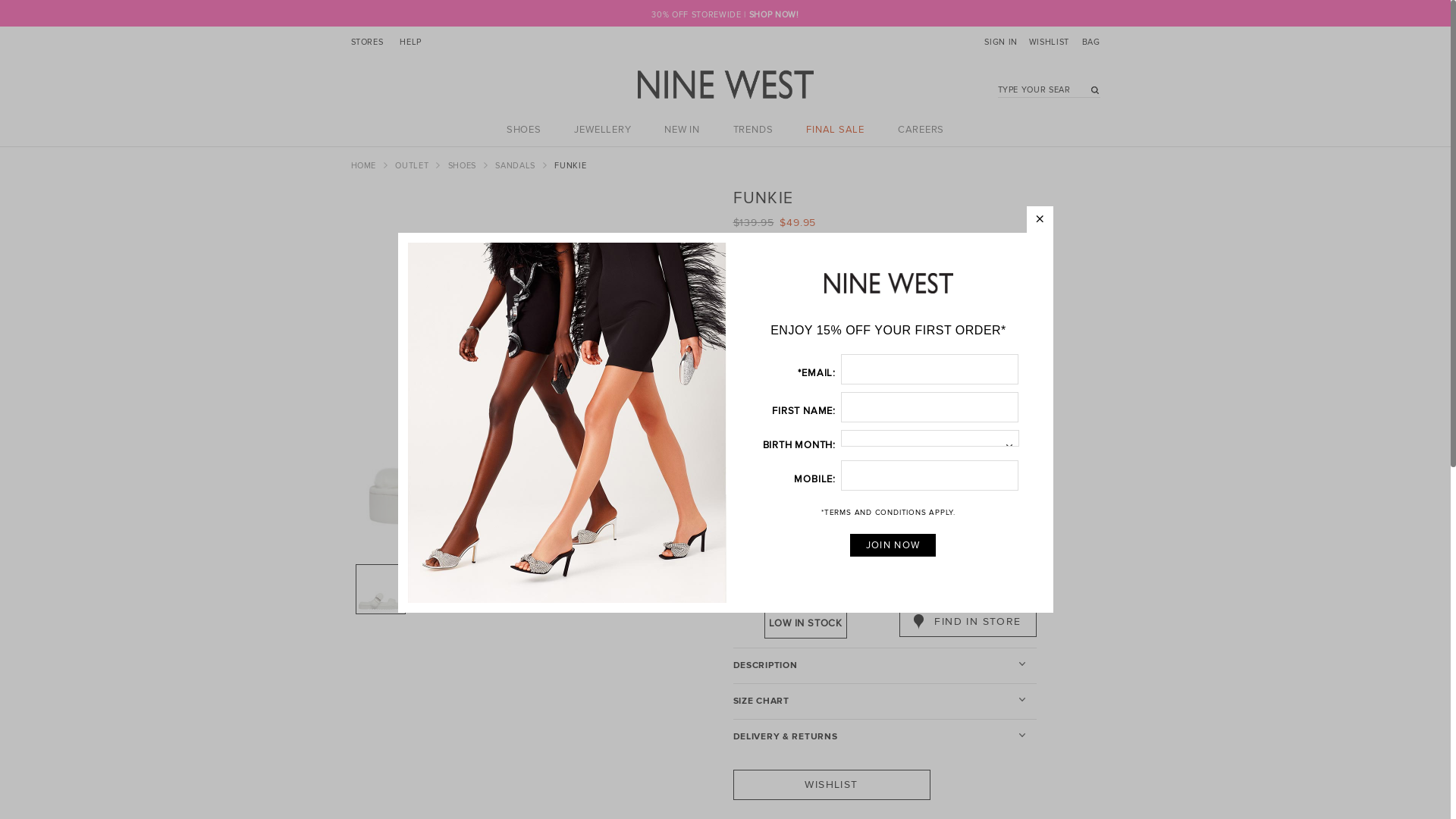 This screenshot has height=819, width=1456. What do you see at coordinates (843, 371) in the screenshot?
I see `'6'` at bounding box center [843, 371].